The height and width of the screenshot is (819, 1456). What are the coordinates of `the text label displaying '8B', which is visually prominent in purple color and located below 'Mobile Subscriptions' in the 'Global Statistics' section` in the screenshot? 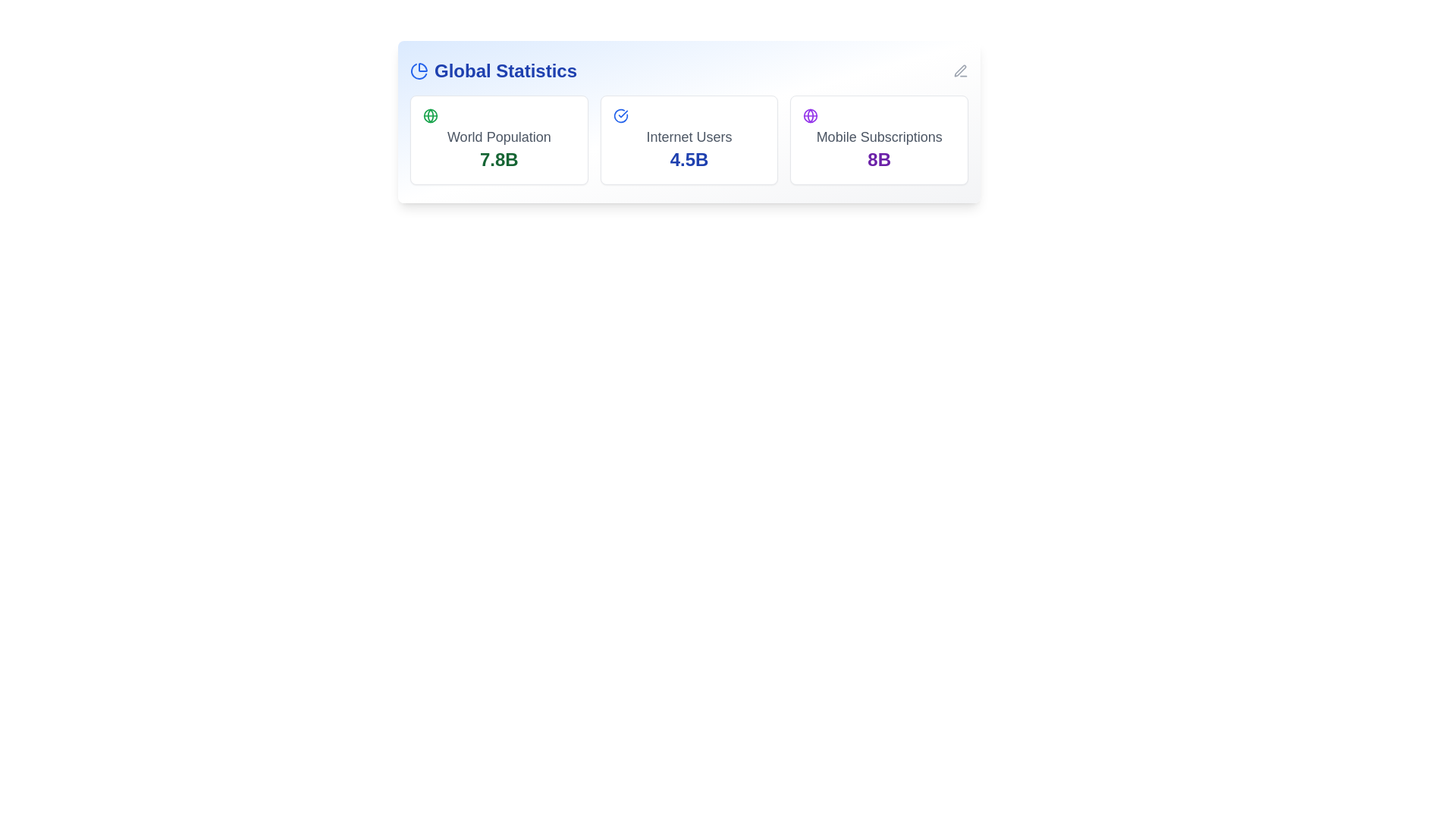 It's located at (879, 160).